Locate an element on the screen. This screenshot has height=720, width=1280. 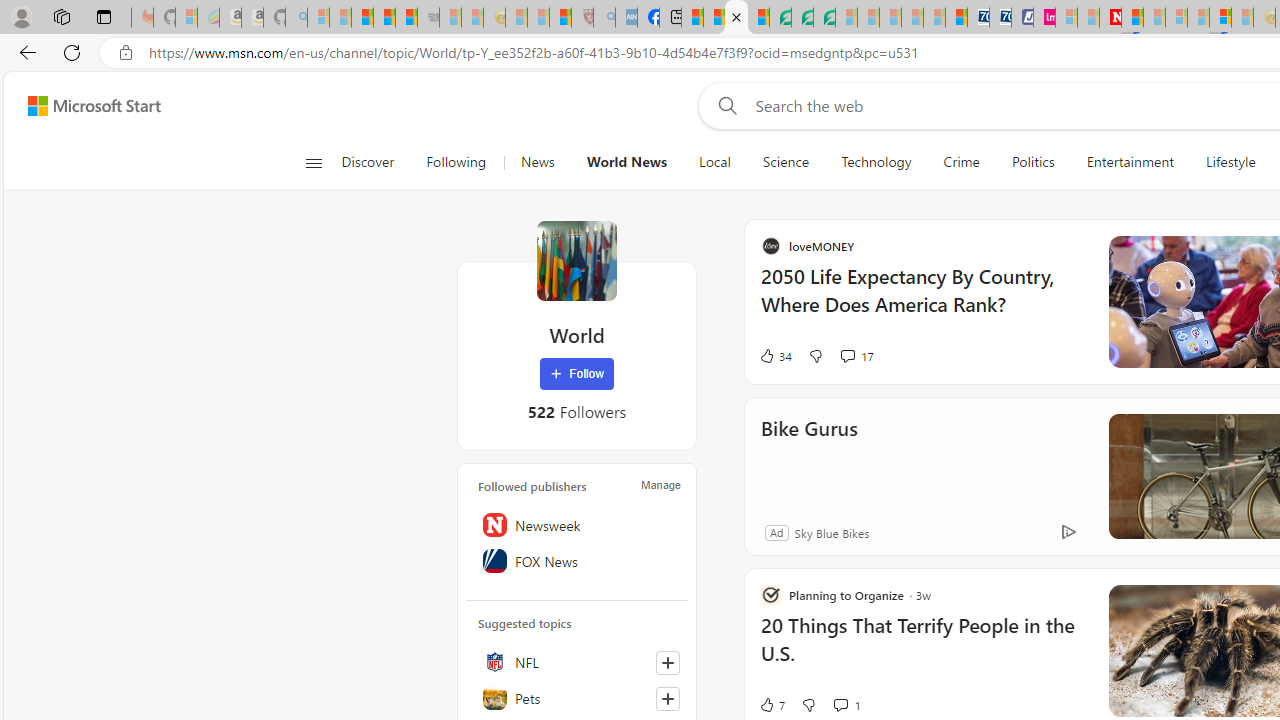
'Cheap Hotels - Save70.com' is located at coordinates (1000, 17).